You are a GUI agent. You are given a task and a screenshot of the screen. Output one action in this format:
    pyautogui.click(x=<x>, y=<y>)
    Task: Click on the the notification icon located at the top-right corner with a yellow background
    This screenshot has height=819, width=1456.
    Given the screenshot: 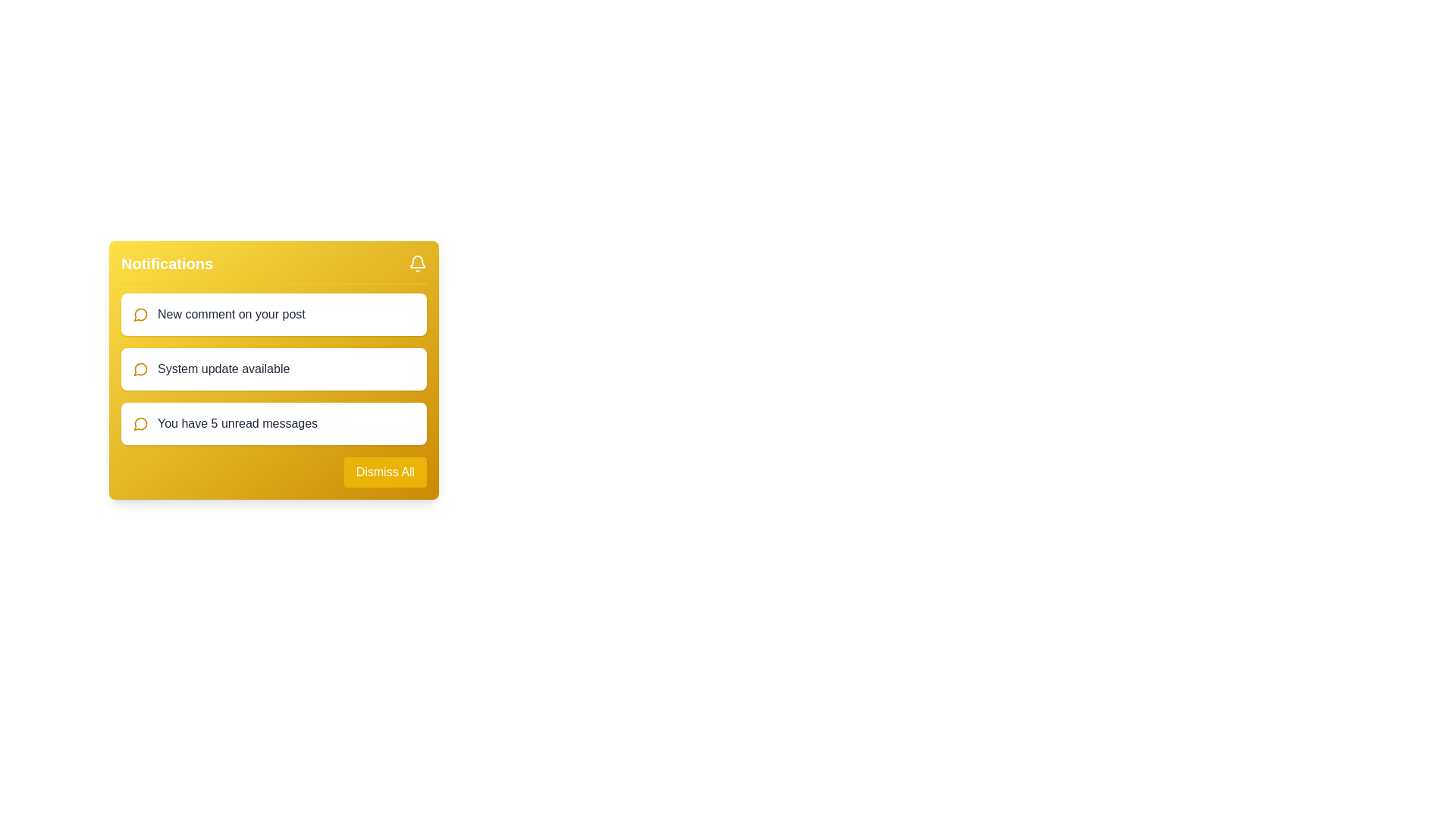 What is the action you would take?
    pyautogui.click(x=418, y=262)
    